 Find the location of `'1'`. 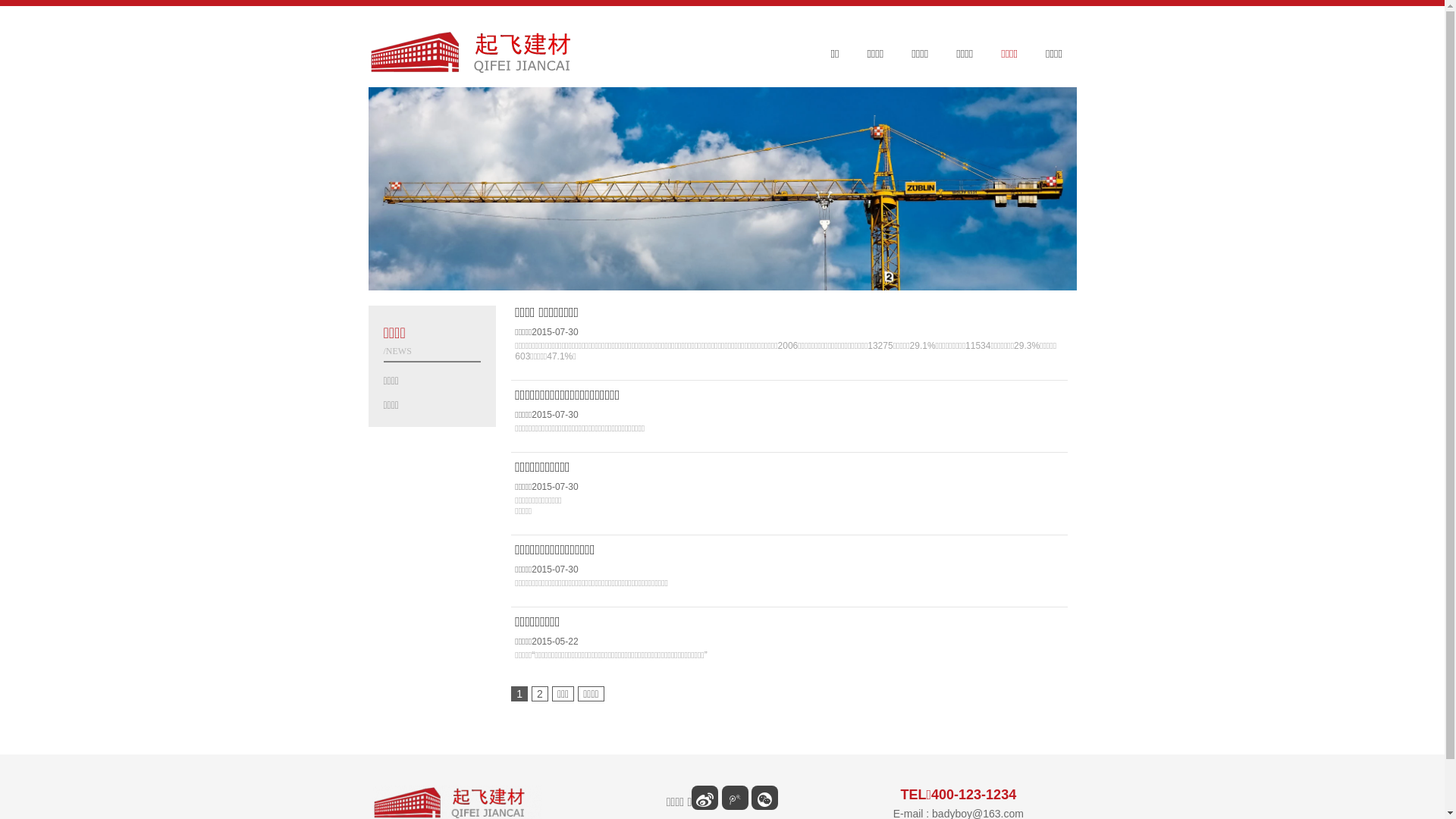

'1' is located at coordinates (519, 693).